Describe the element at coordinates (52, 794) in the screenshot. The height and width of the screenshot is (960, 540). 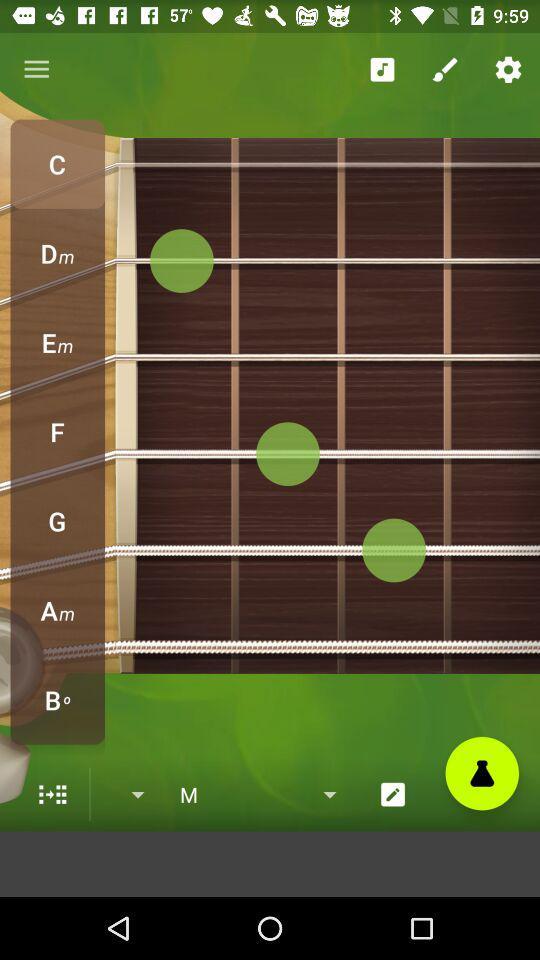
I see `menu page` at that location.